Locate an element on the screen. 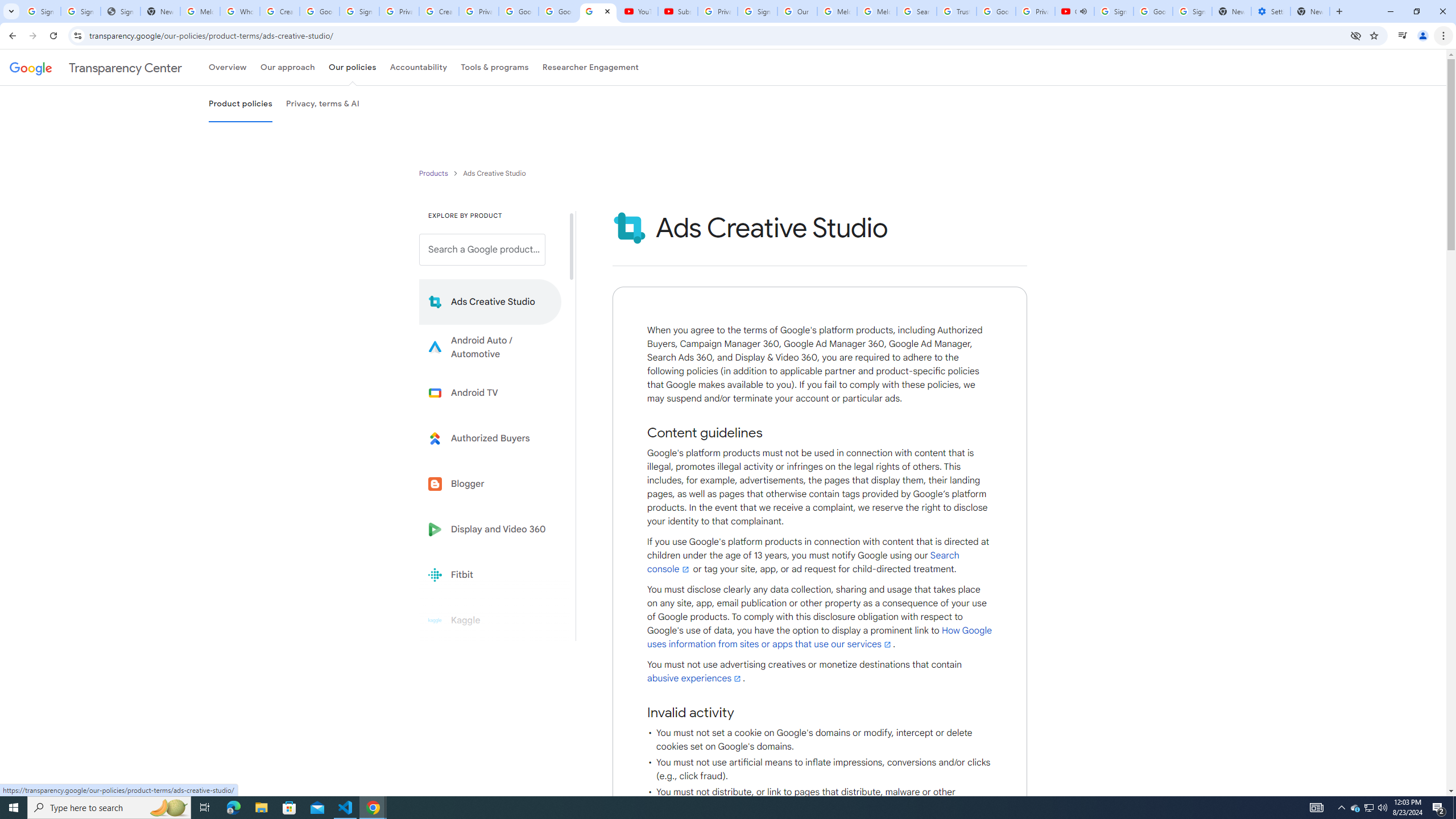 This screenshot has width=1456, height=819. 'Blogger' is located at coordinates (490, 483).